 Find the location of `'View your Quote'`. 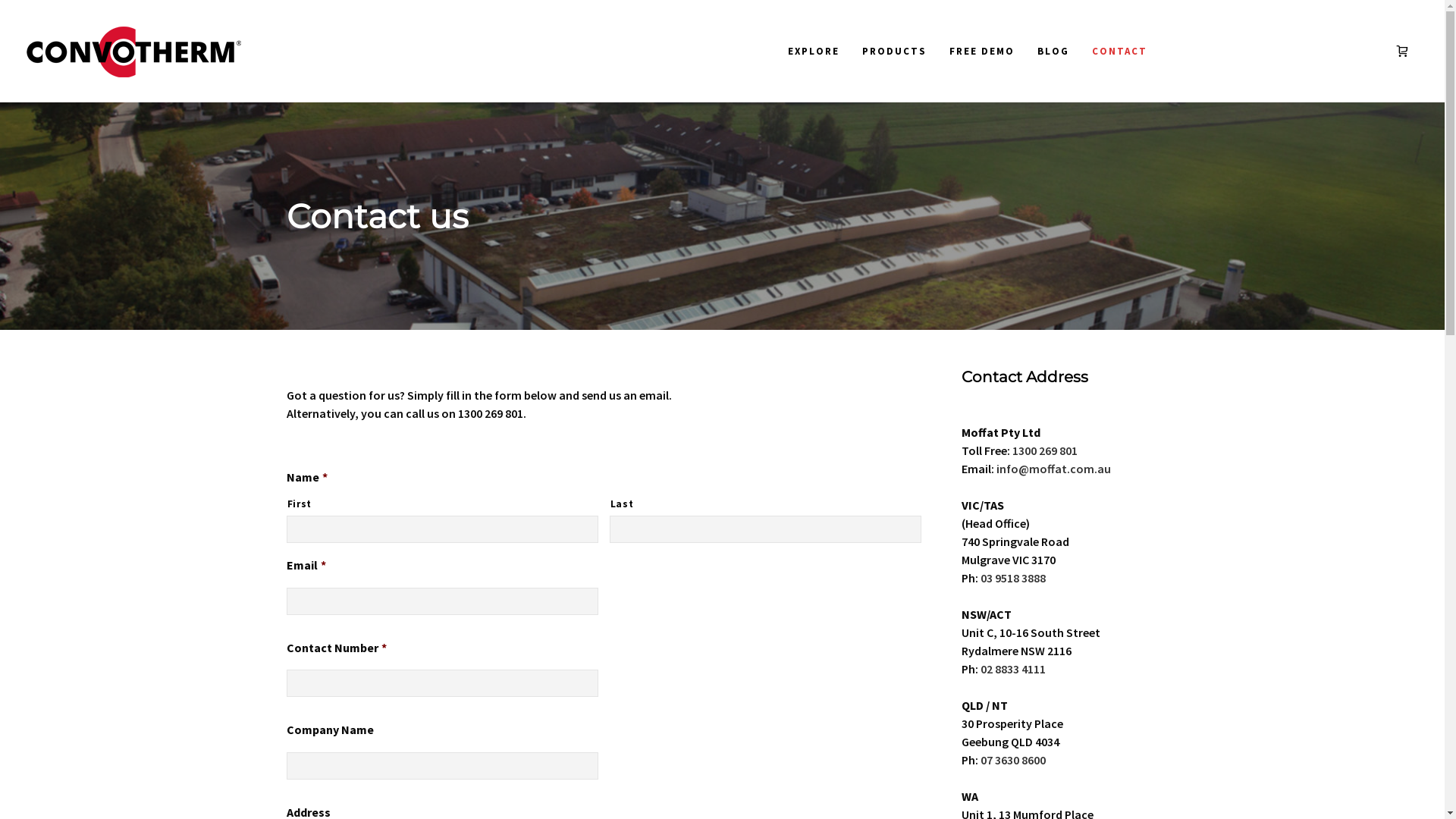

'View your Quote' is located at coordinates (1404, 50).